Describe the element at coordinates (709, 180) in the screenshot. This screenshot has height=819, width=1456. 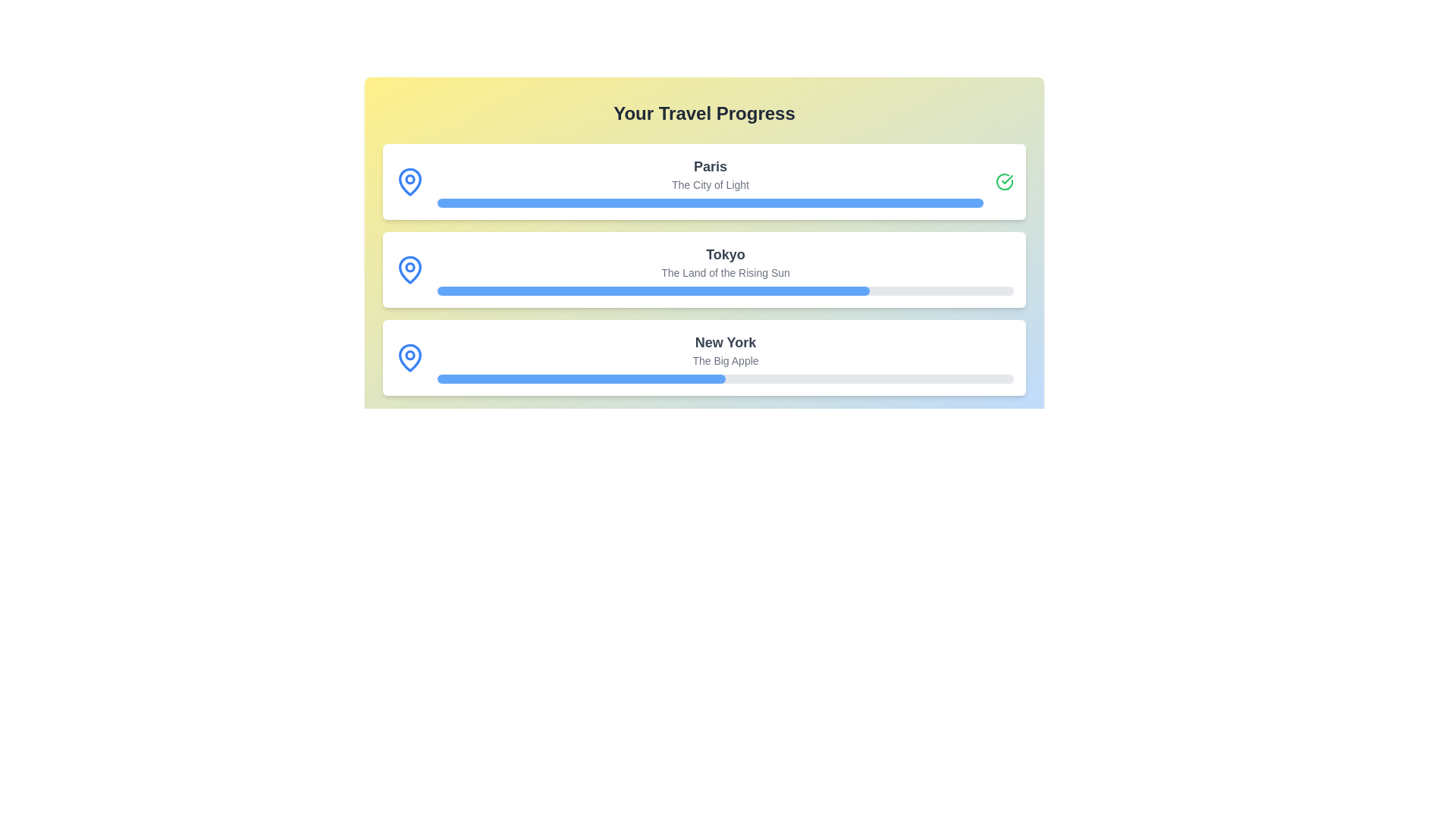
I see `the composite UI element representing 'Paris' with the slogan 'The City of Light' to focus on it` at that location.